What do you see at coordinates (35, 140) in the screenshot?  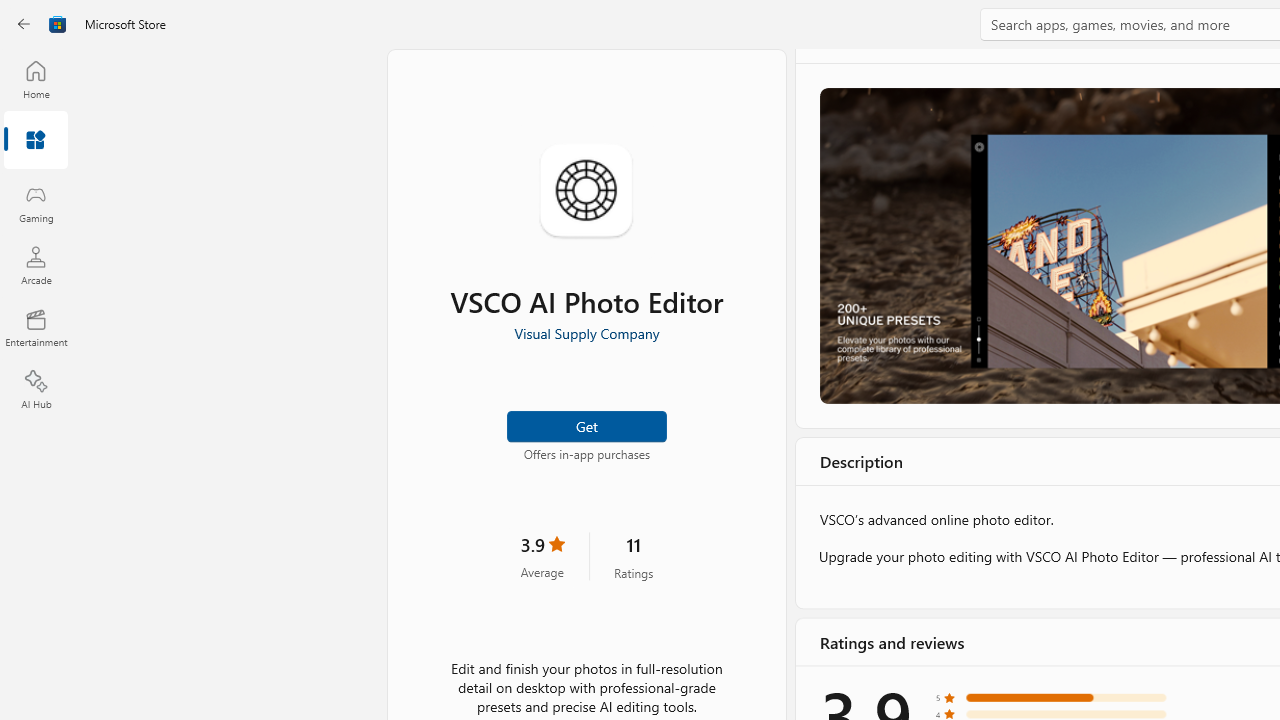 I see `'Apps'` at bounding box center [35, 140].